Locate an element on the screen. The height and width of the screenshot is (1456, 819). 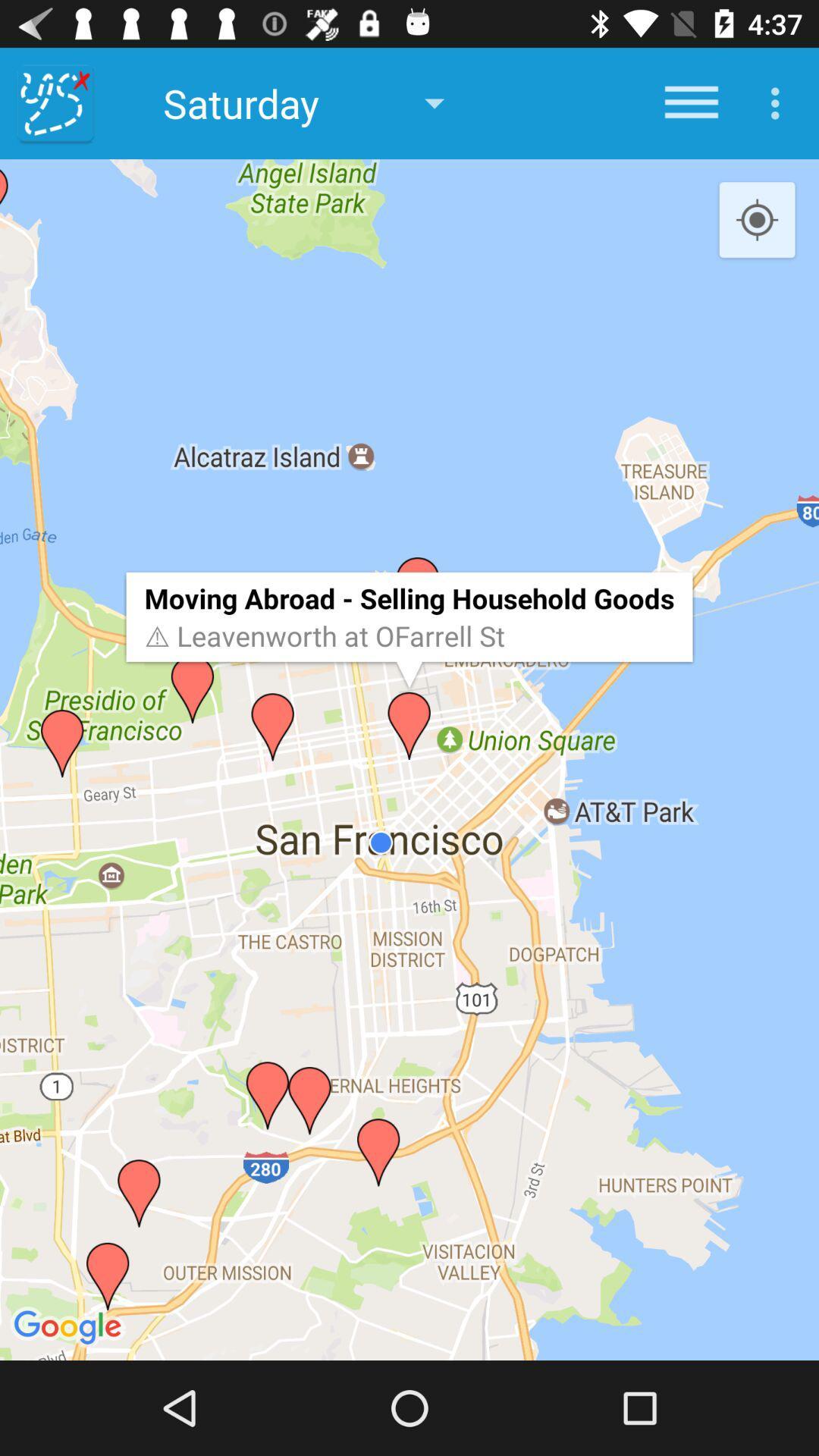
moving way is located at coordinates (55, 102).